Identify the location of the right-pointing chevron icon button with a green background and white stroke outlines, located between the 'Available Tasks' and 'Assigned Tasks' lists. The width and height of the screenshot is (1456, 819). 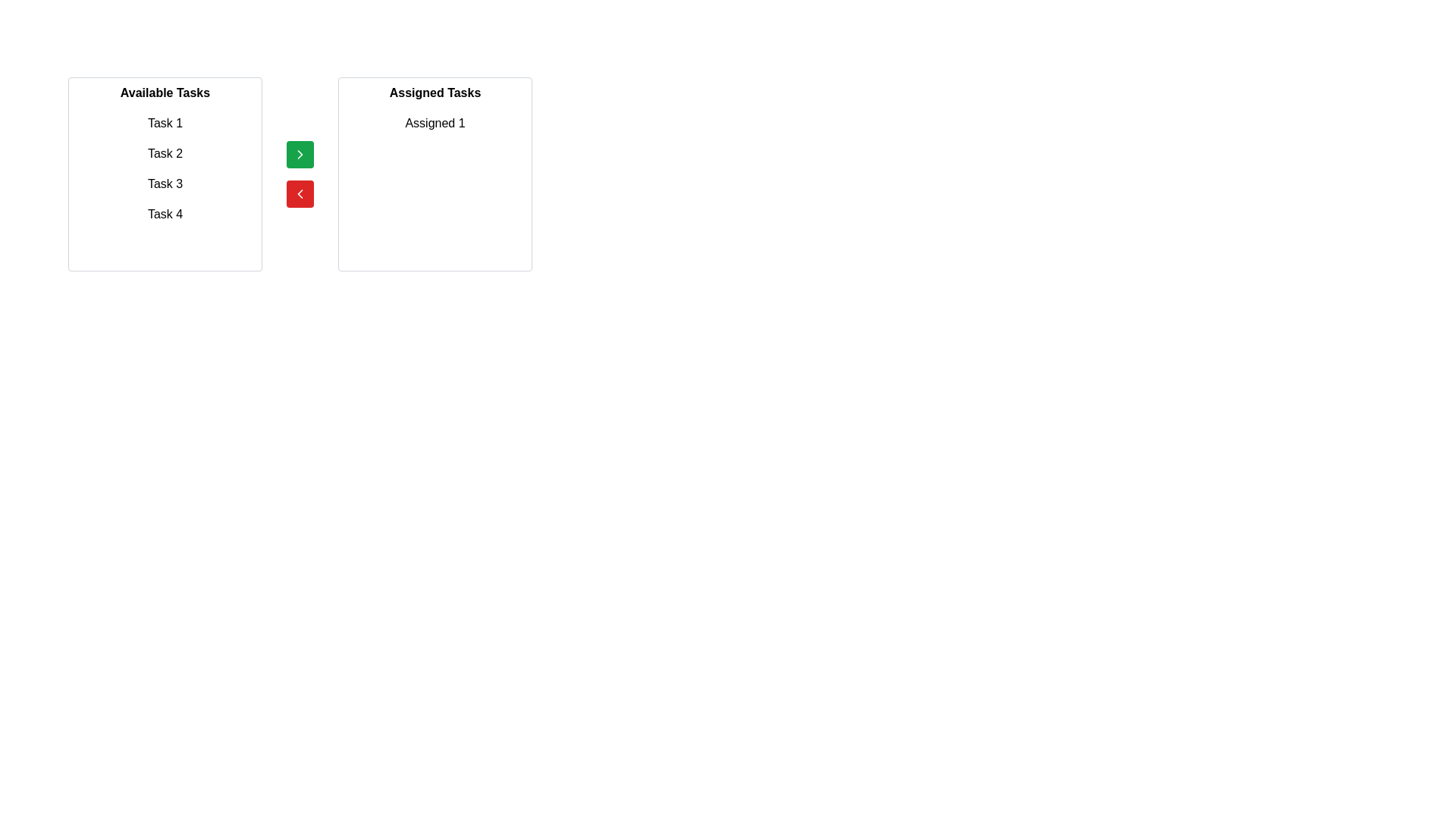
(300, 155).